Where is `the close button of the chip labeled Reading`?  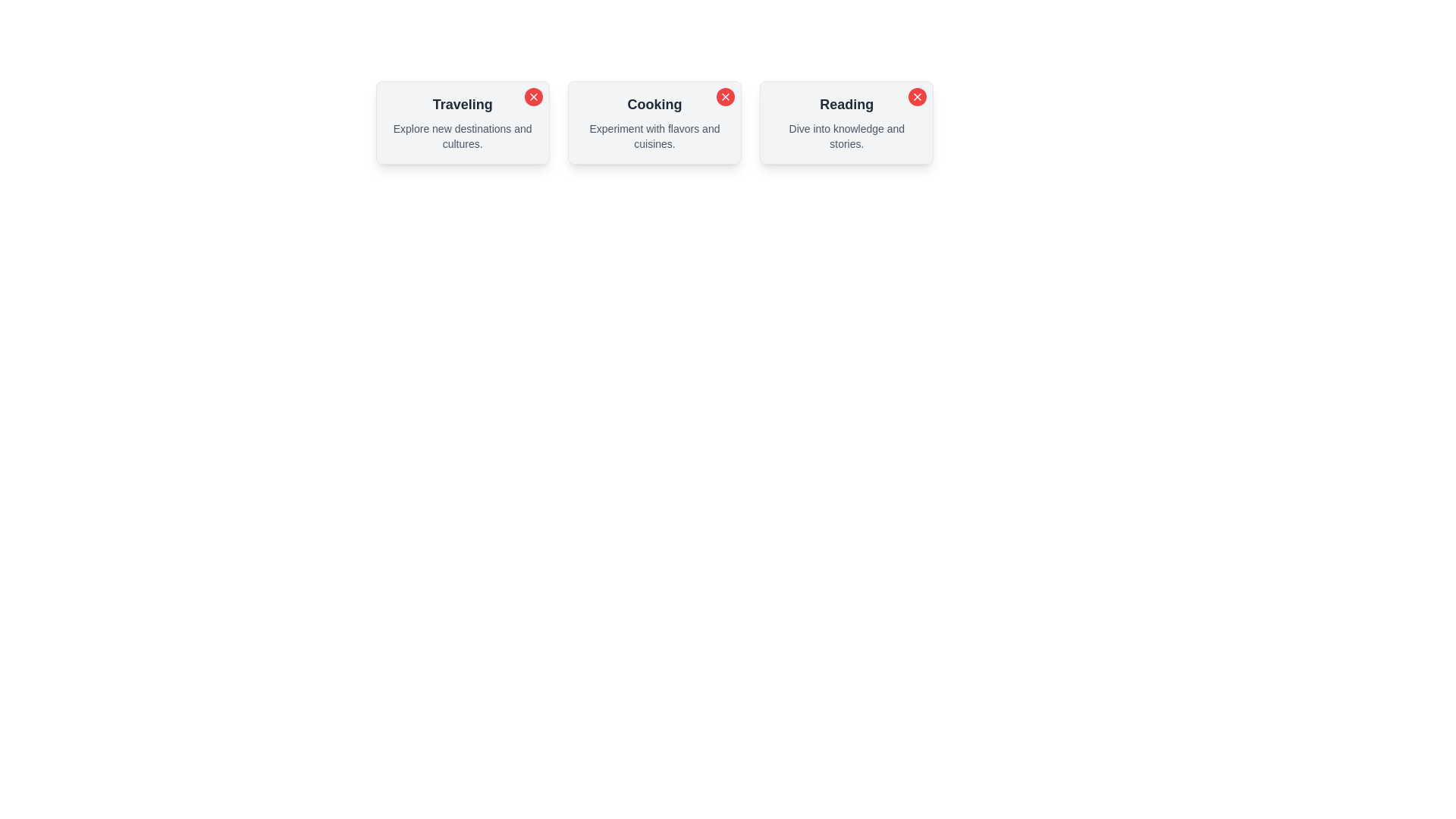 the close button of the chip labeled Reading is located at coordinates (917, 96).